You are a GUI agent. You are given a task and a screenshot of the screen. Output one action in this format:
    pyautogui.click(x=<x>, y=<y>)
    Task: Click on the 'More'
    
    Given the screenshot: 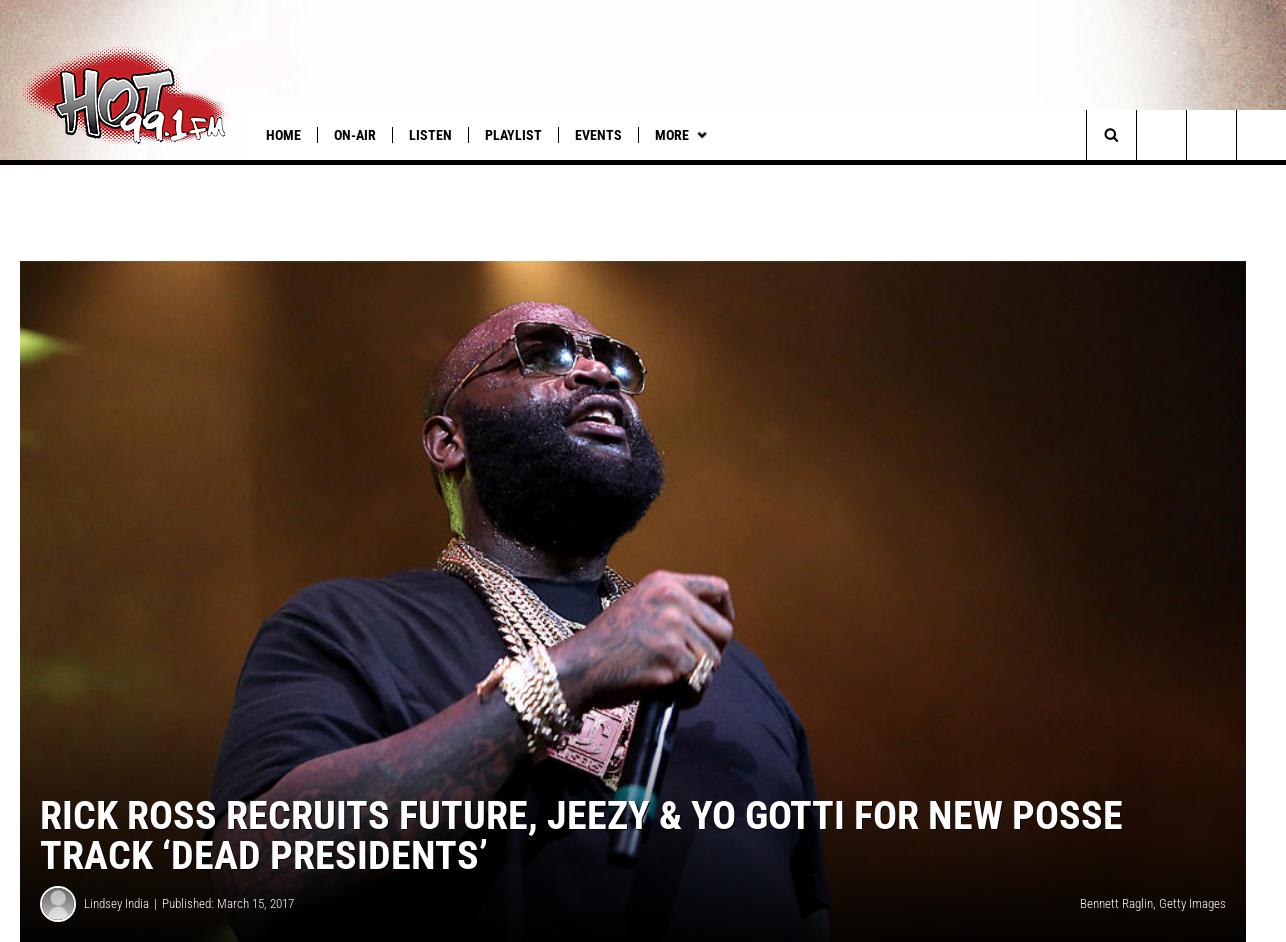 What is the action you would take?
    pyautogui.click(x=672, y=134)
    